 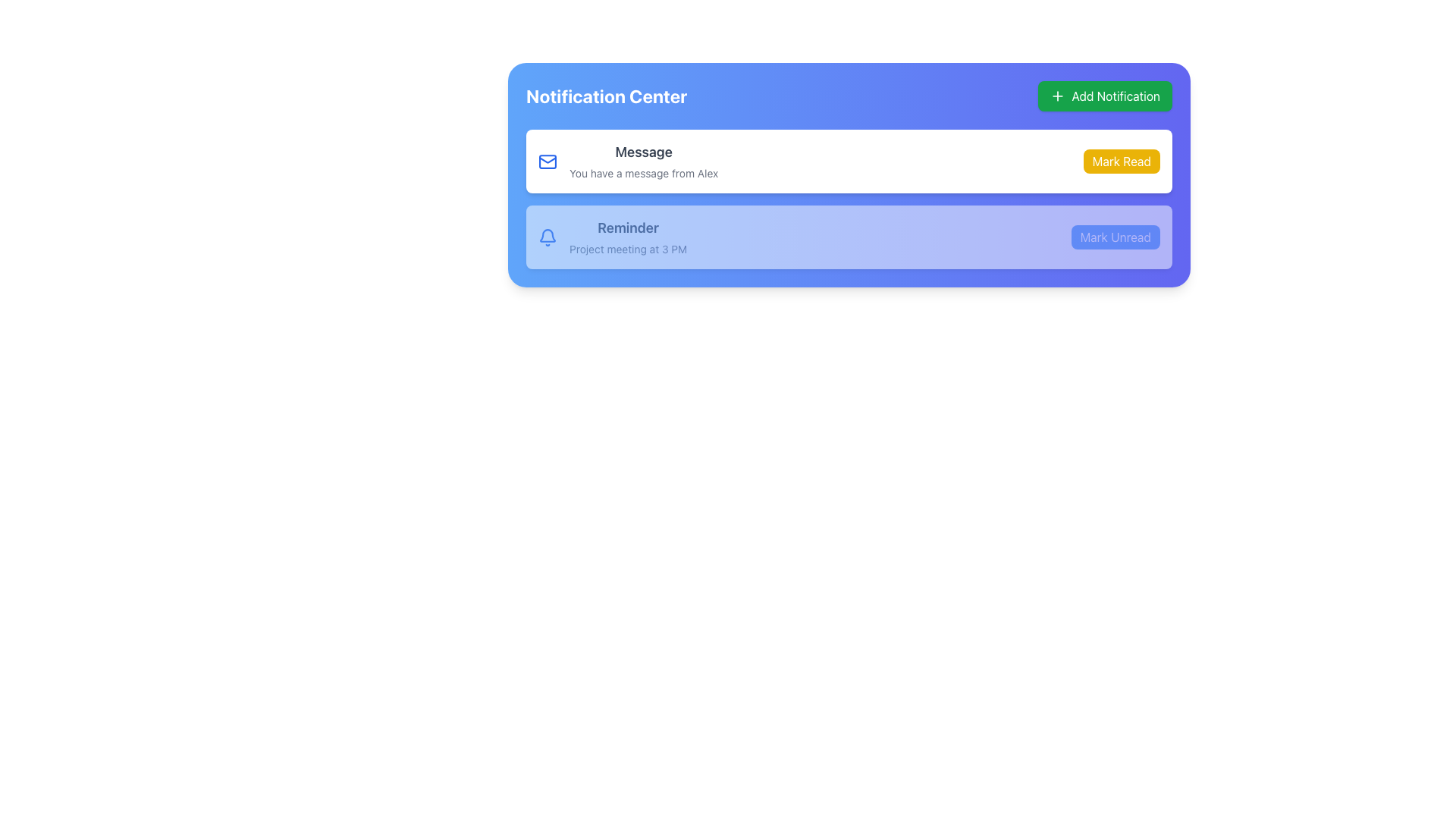 What do you see at coordinates (628, 237) in the screenshot?
I see `text content of the title and description in the second notification item of the Notification Center, which indicates a reminder for a project meeting at 3 PM` at bounding box center [628, 237].